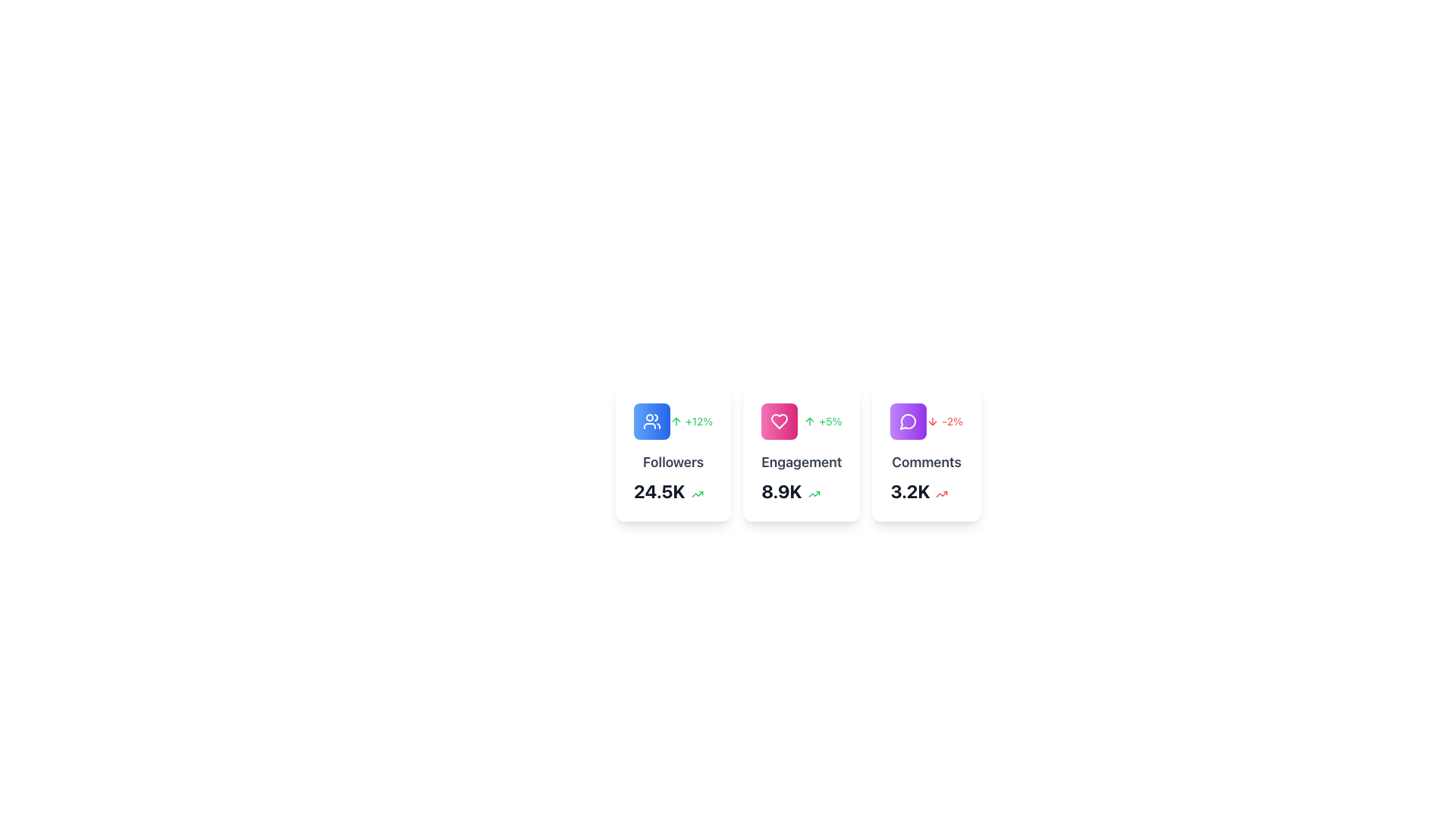 The image size is (1456, 819). Describe the element at coordinates (809, 421) in the screenshot. I see `the positive trend icon located to the left of the '+5%' text within the 'Engagement' card, which indicates an increase` at that location.